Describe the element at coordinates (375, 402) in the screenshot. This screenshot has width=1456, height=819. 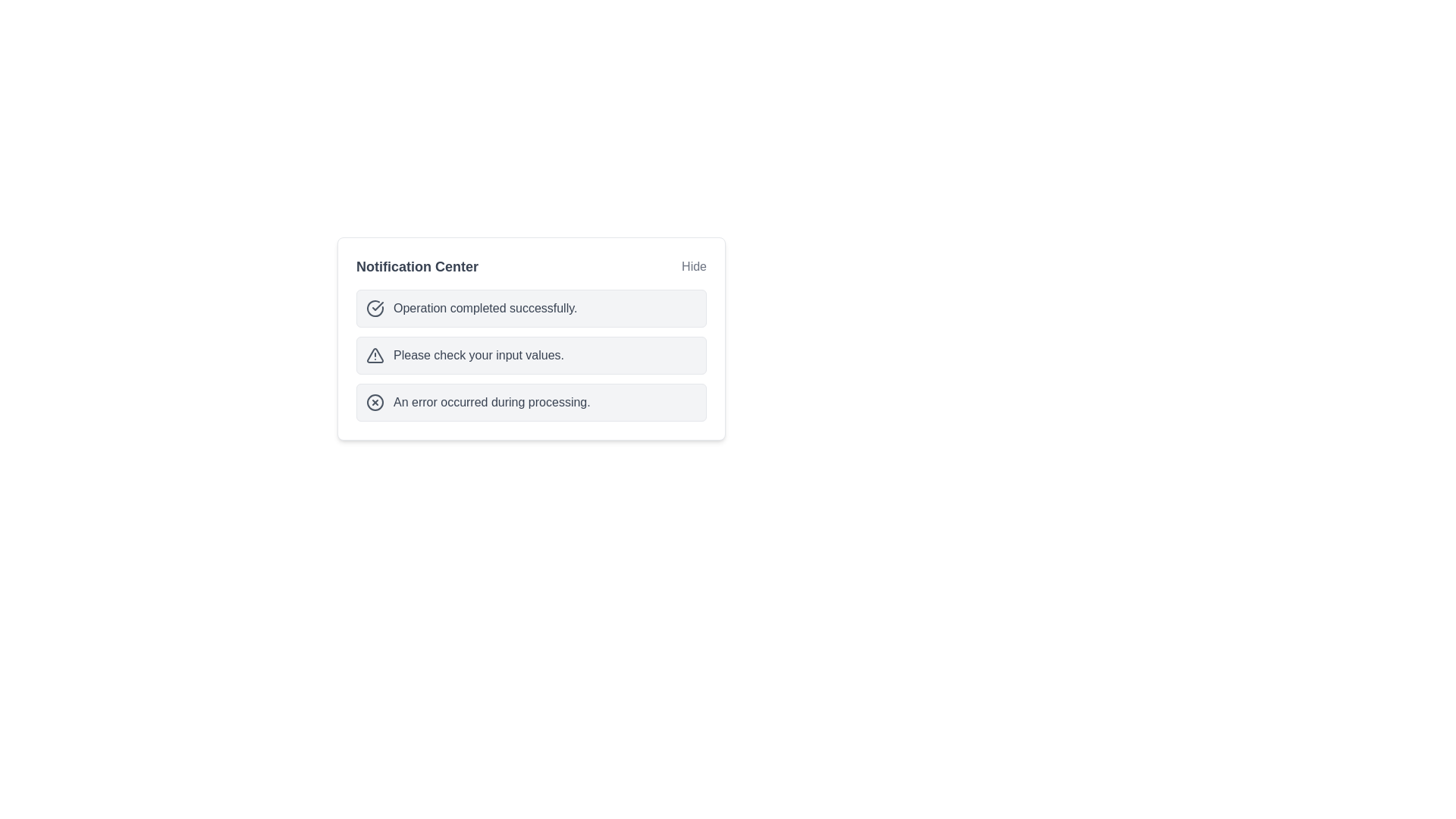
I see `the SVG circle element that serves as a background for the 'Notification Center' component` at that location.